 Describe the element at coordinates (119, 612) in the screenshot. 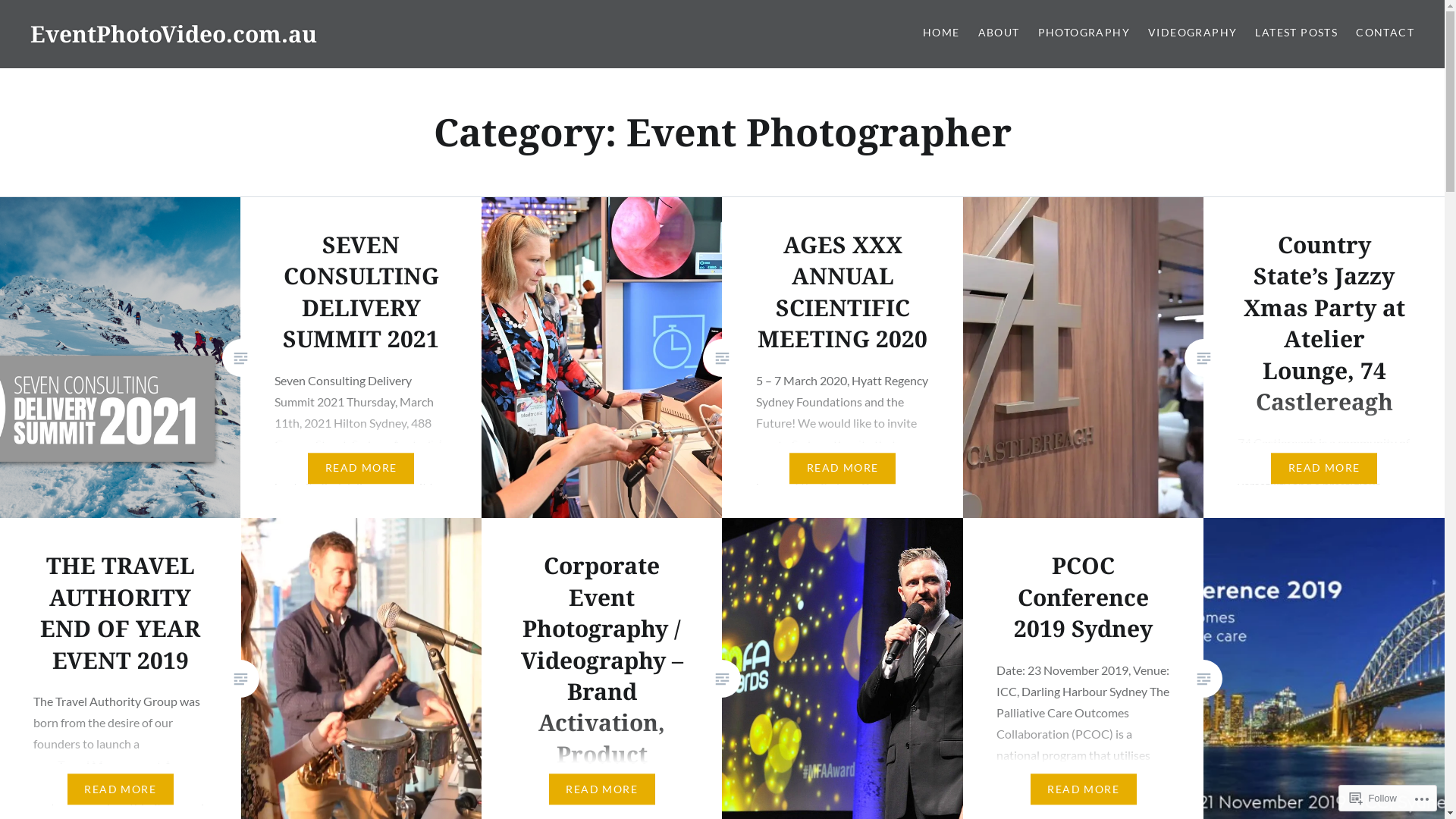

I see `'THE TRAVEL AUTHORITY END OF YEAR EVENT 2019'` at that location.